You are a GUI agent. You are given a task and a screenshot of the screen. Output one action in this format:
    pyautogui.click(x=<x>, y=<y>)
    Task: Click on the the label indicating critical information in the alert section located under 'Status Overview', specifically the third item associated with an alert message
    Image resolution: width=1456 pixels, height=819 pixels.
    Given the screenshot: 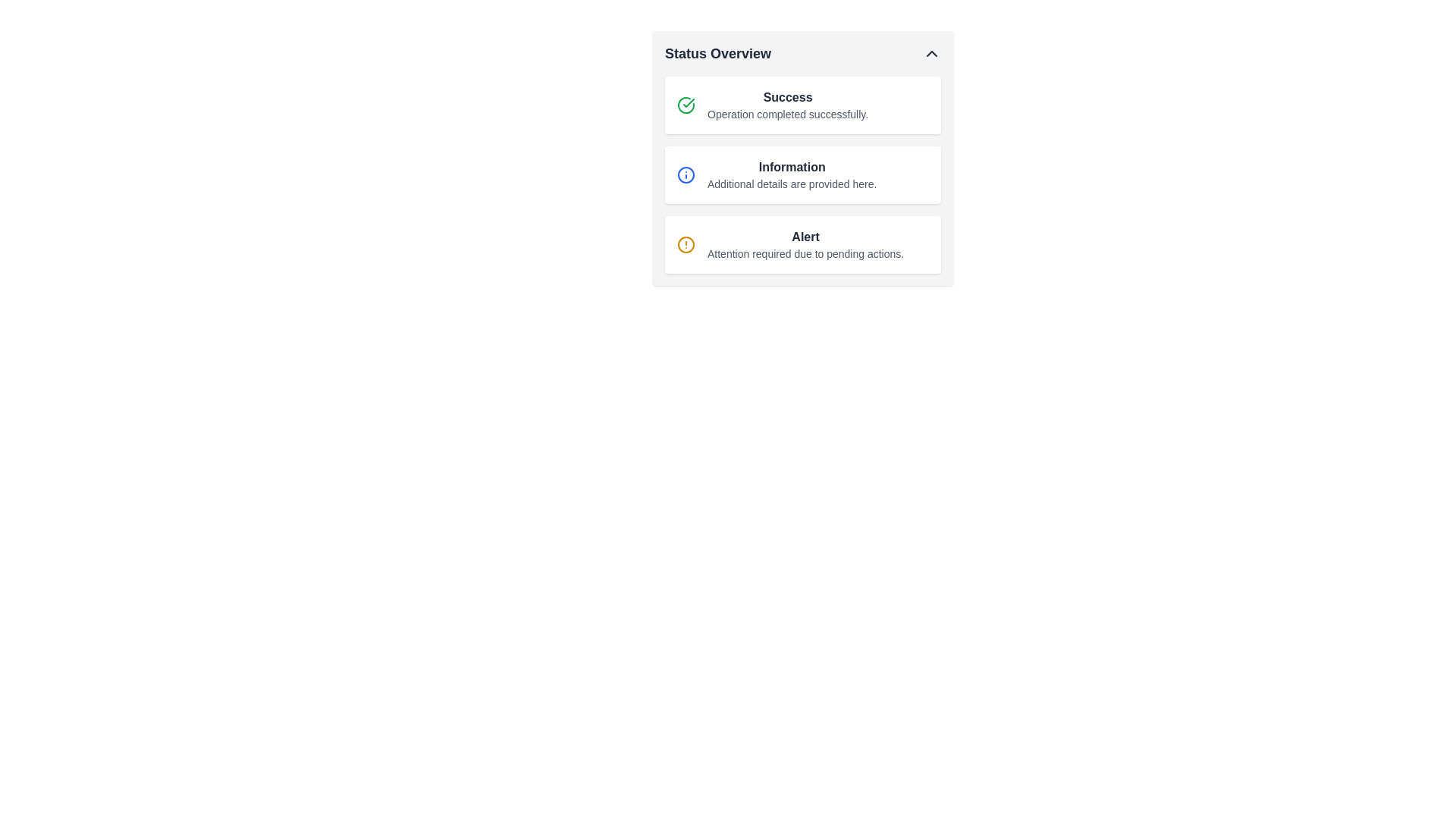 What is the action you would take?
    pyautogui.click(x=805, y=237)
    